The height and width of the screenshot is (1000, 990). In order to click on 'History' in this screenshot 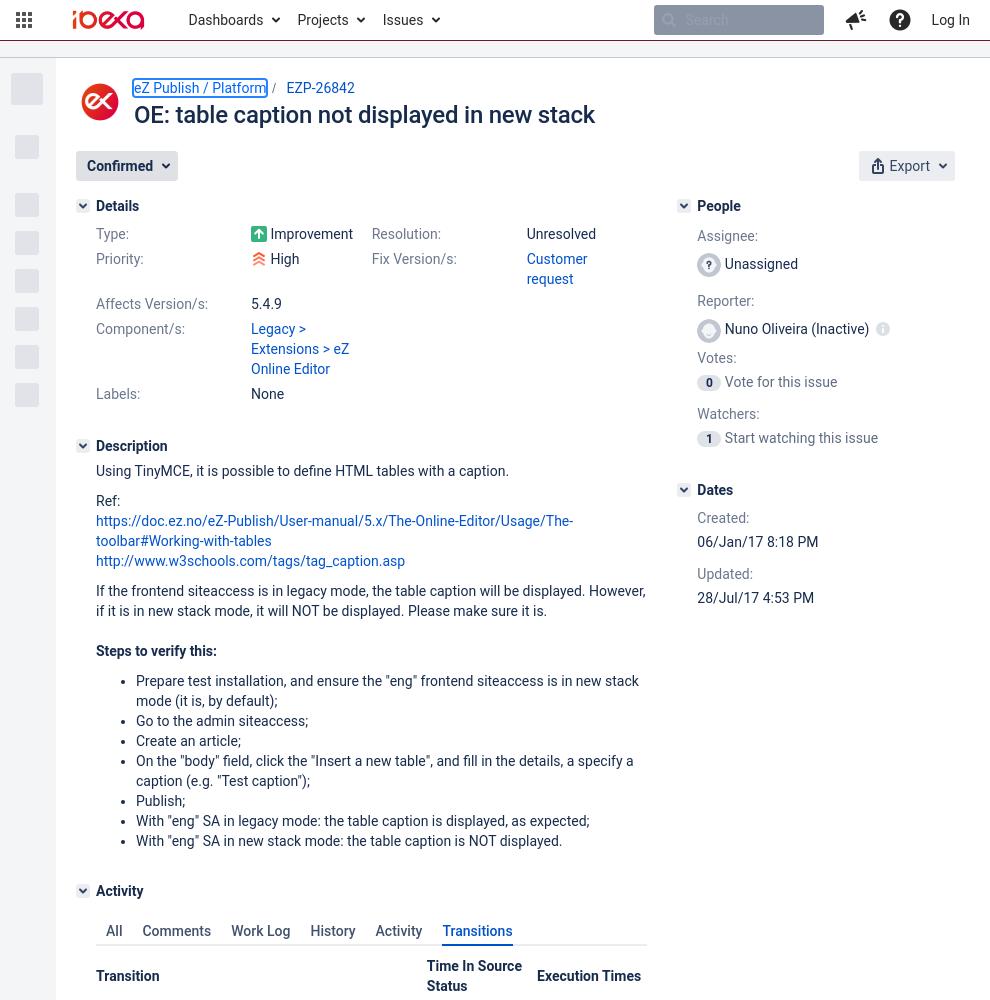, I will do `click(331, 931)`.